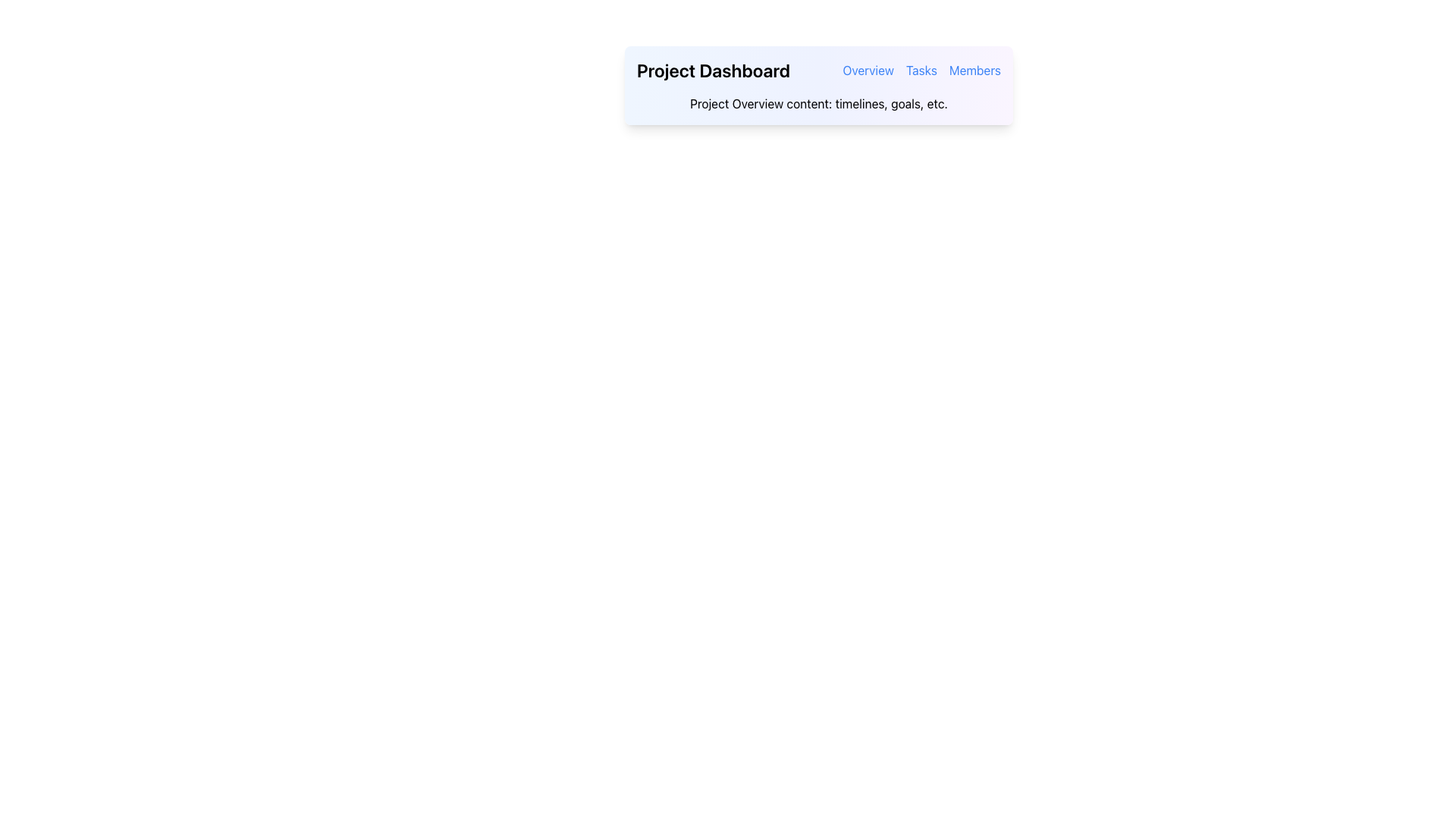  I want to click on the title text 'Project Dashboard', which is styled in bold and larger font, located at the top-left part of the display within the header section, so click(712, 70).